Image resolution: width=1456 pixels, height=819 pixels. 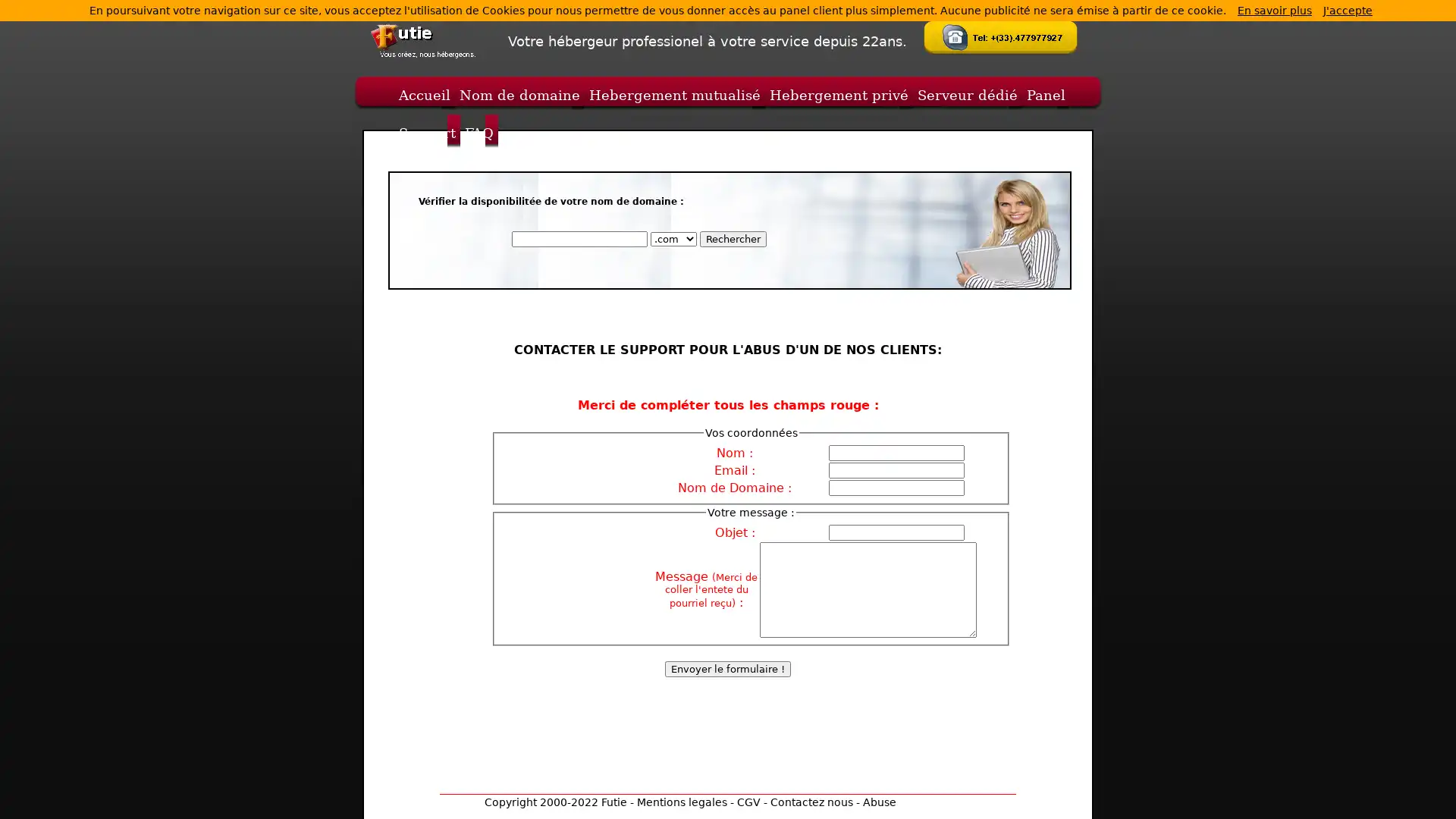 I want to click on Rechercher, so click(x=732, y=239).